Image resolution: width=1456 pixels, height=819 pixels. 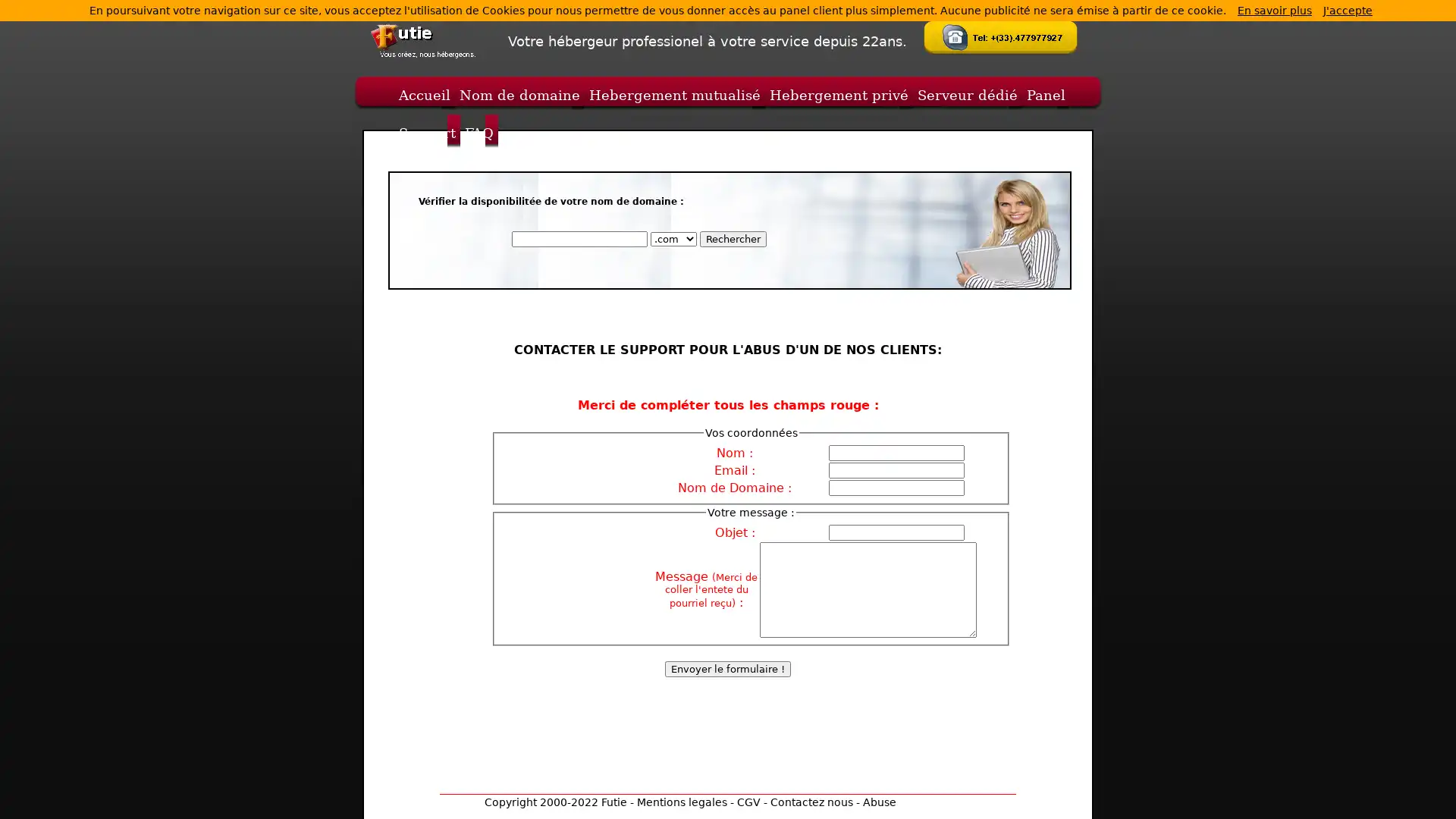 I want to click on Rechercher, so click(x=732, y=239).